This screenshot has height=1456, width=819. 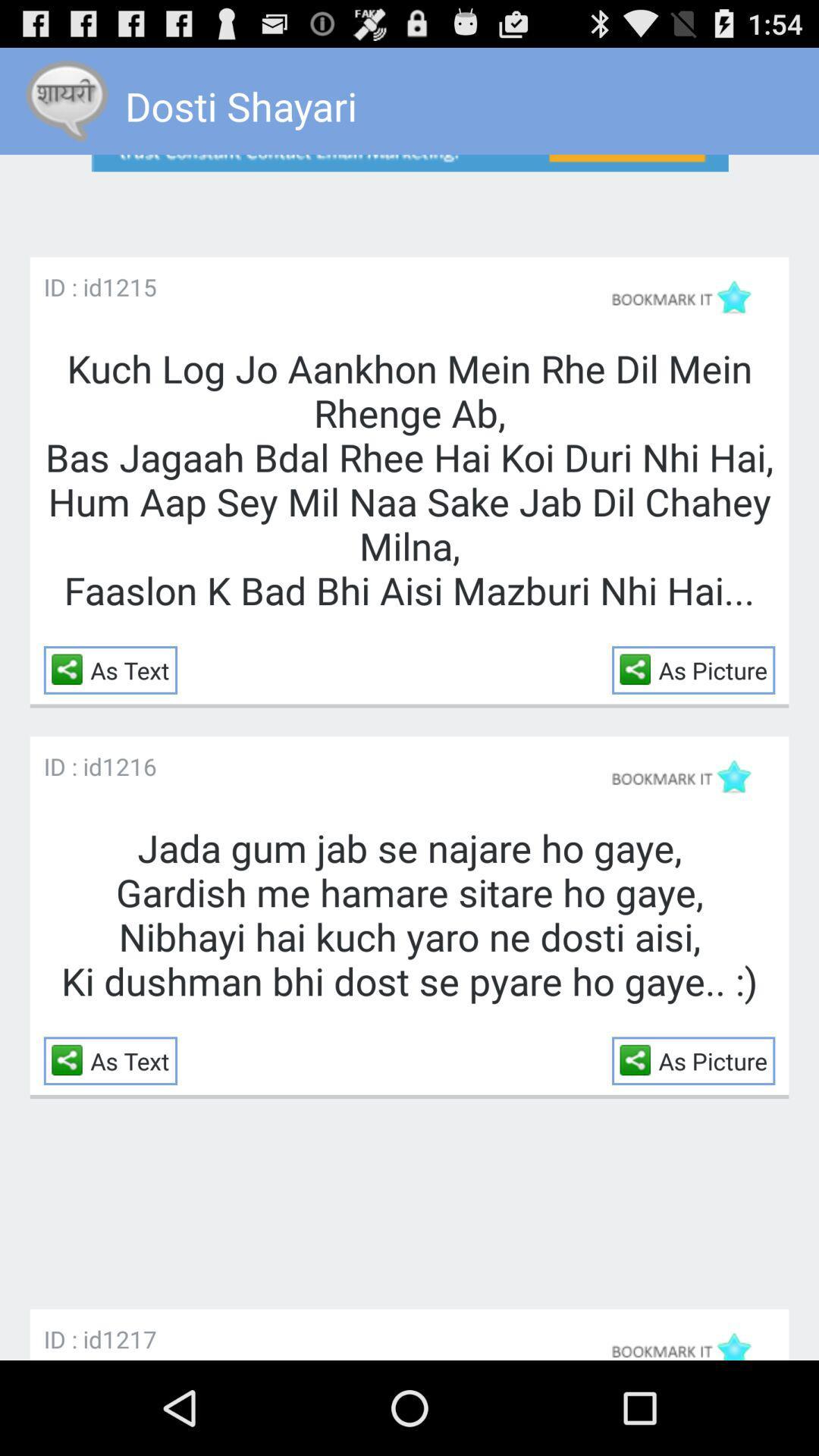 I want to click on app above the id : id app, so click(x=71, y=668).